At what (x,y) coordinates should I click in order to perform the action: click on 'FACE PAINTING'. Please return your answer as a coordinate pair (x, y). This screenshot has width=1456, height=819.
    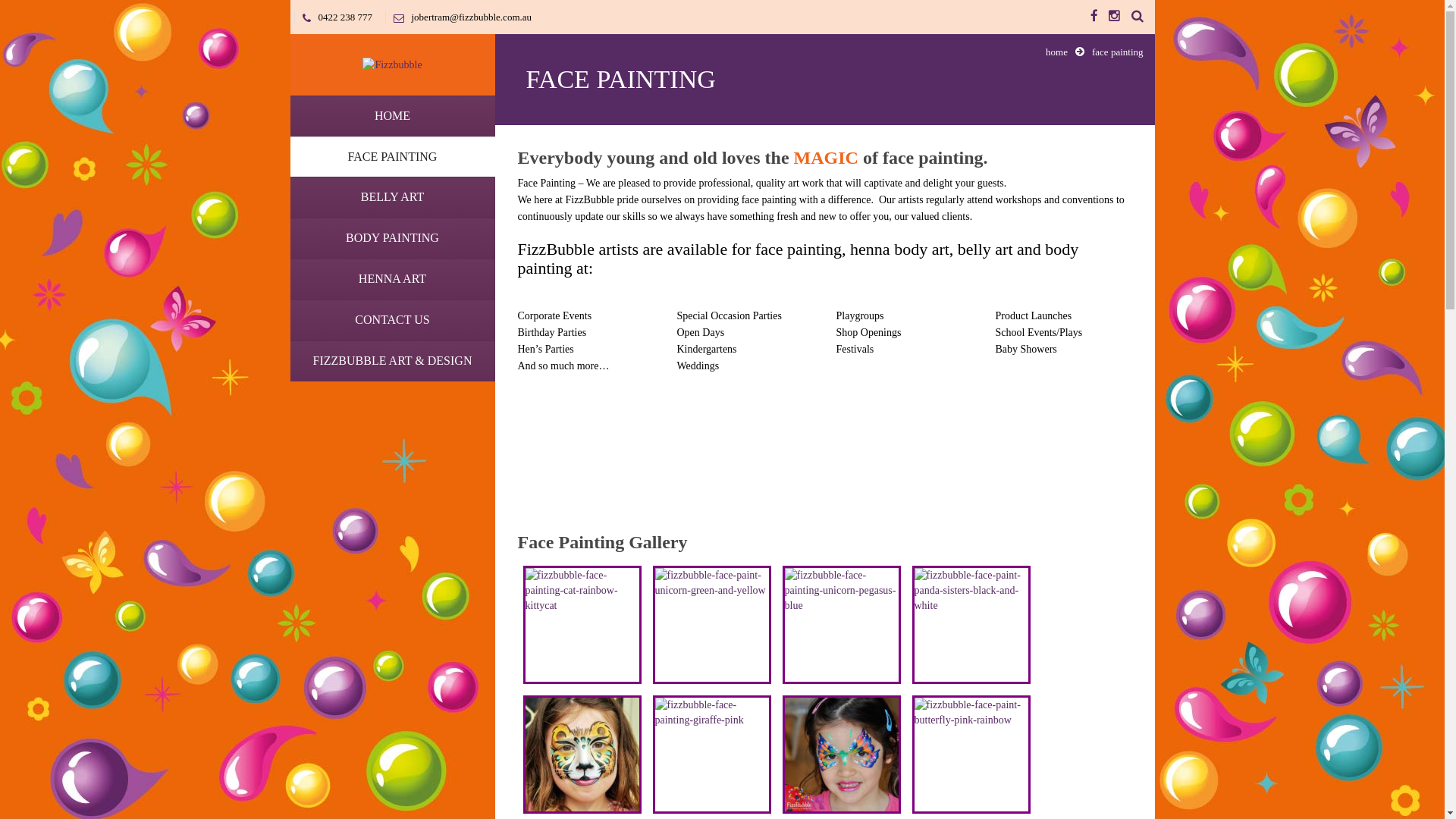
    Looking at the image, I should click on (392, 157).